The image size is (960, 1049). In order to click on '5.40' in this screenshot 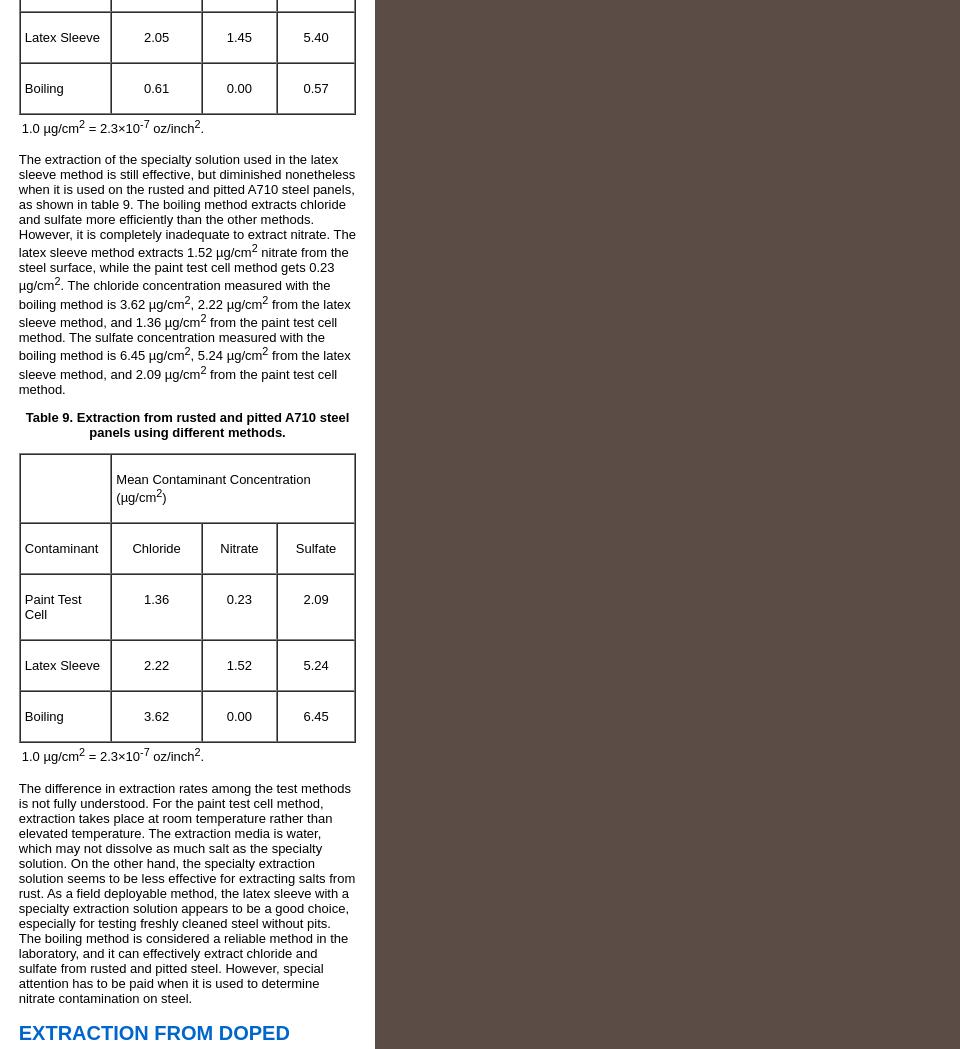, I will do `click(315, 35)`.